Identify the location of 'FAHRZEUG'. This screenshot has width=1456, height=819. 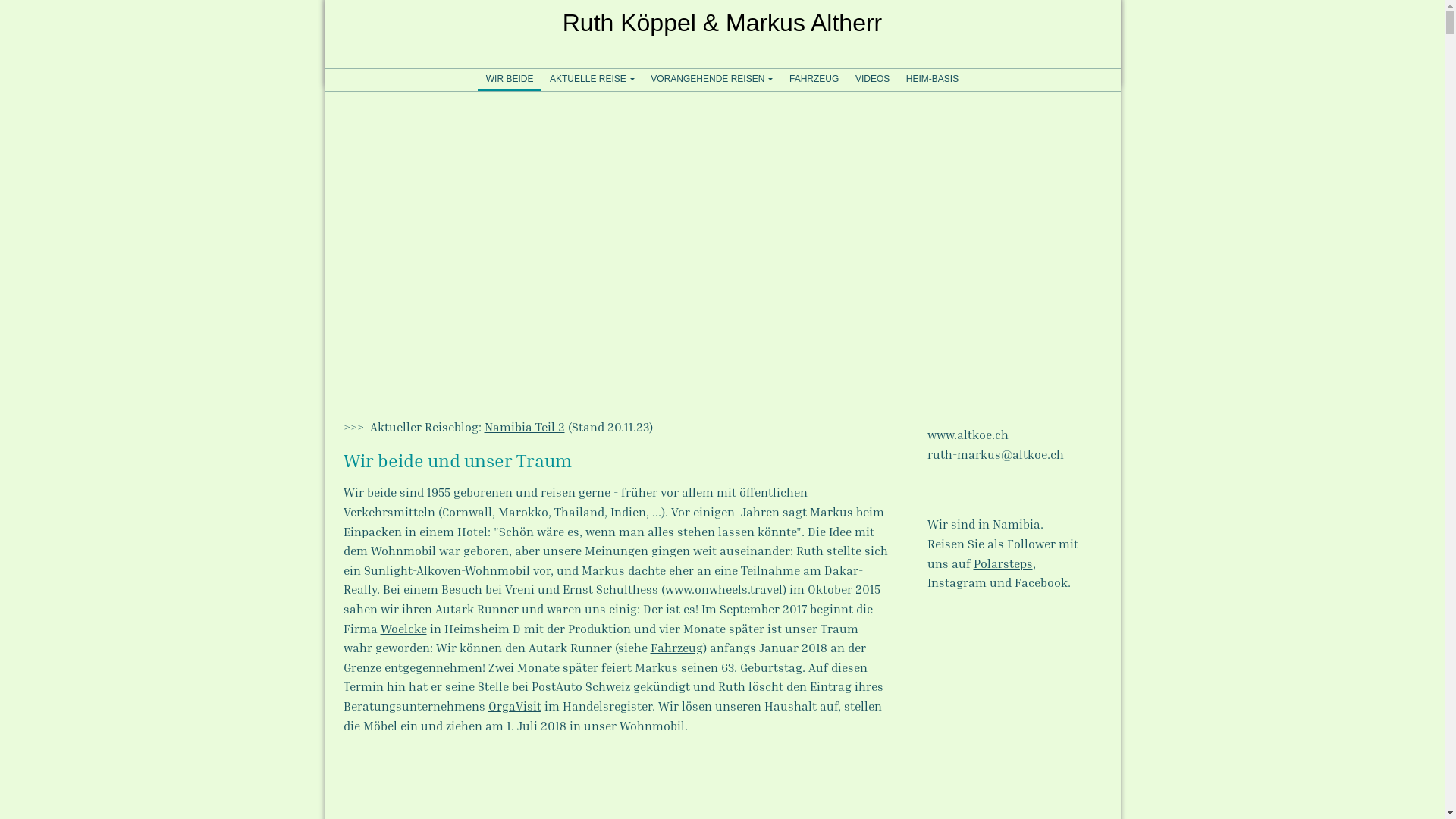
(813, 79).